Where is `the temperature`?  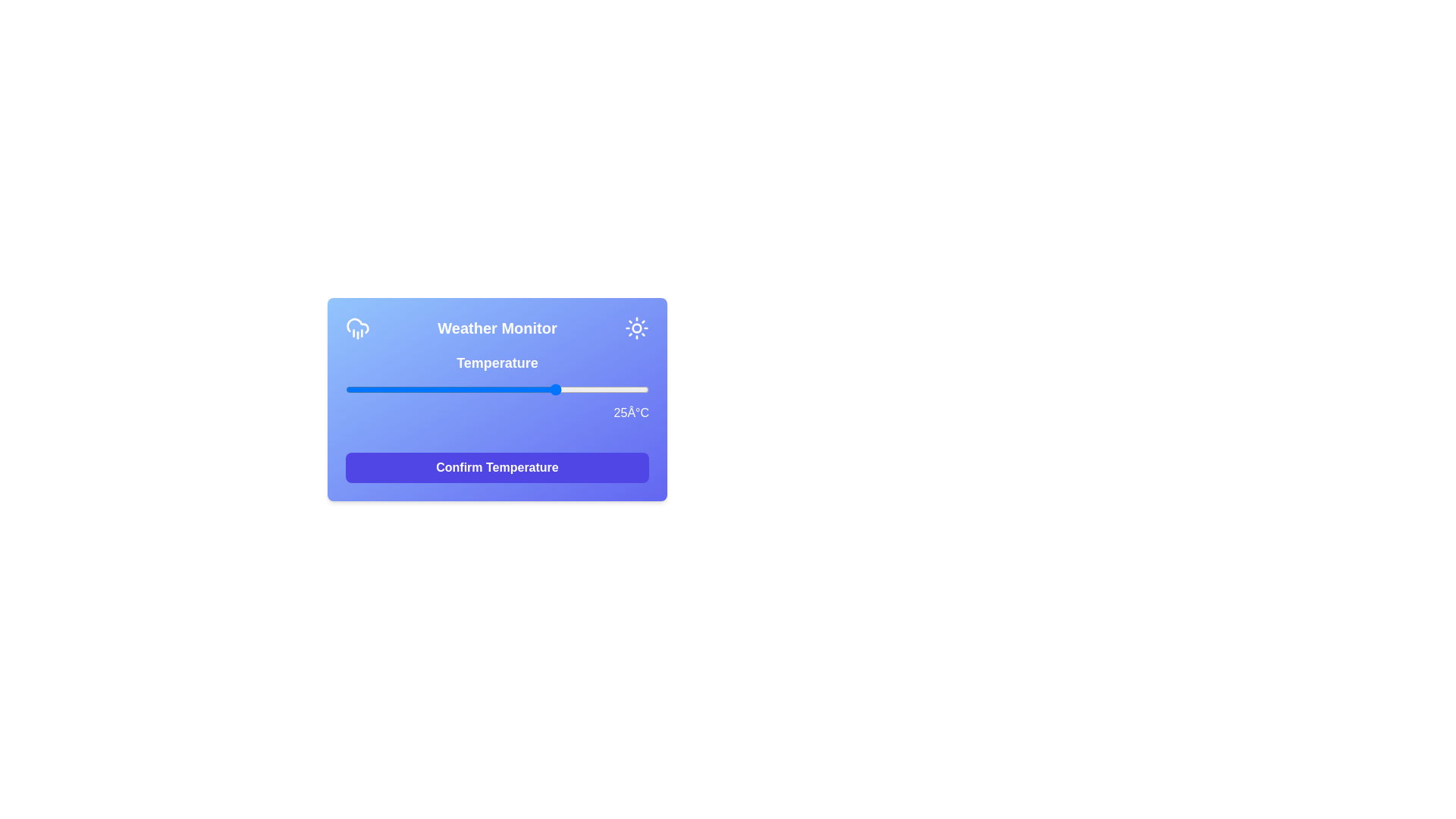 the temperature is located at coordinates (382, 388).